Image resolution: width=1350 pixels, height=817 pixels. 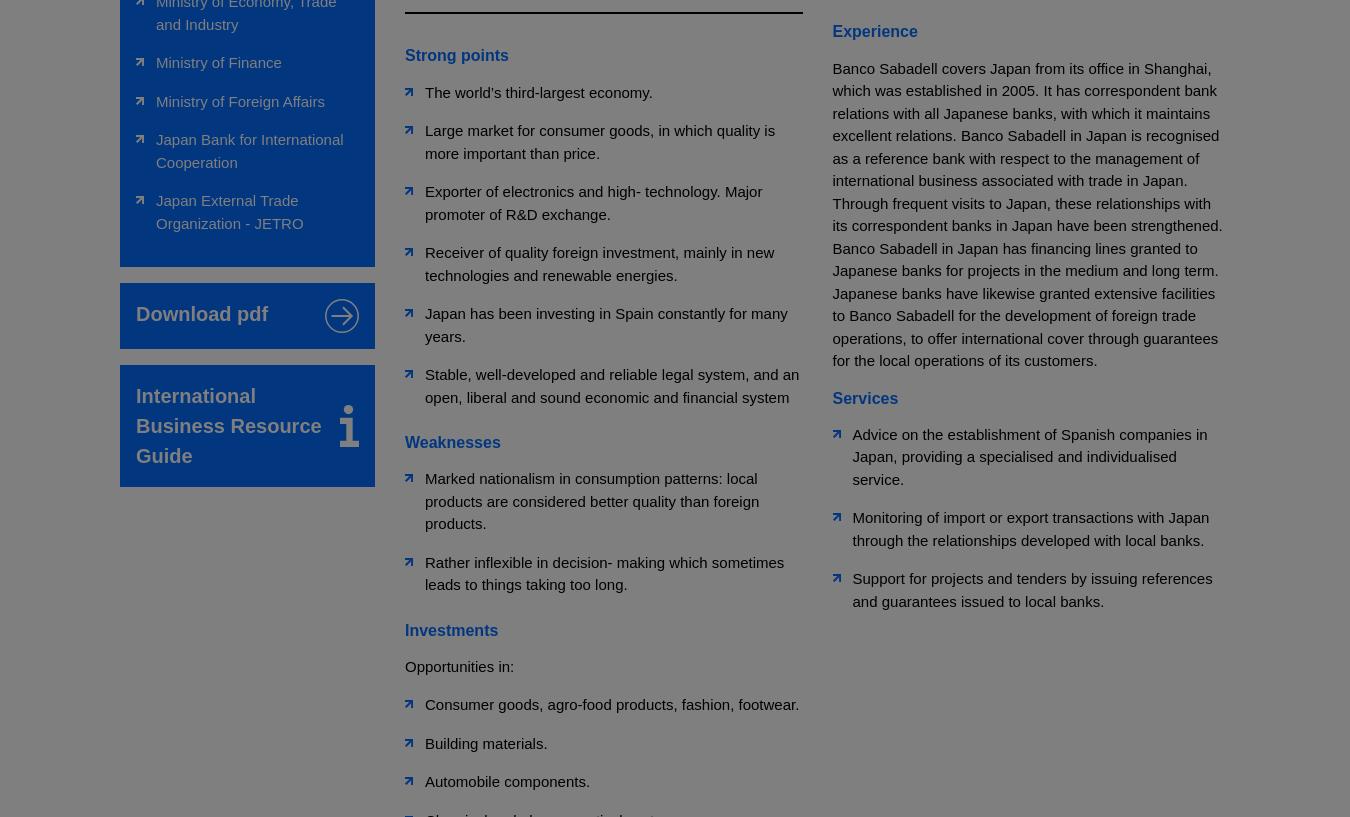 I want to click on 'Ministry of Finance', so click(x=218, y=61).